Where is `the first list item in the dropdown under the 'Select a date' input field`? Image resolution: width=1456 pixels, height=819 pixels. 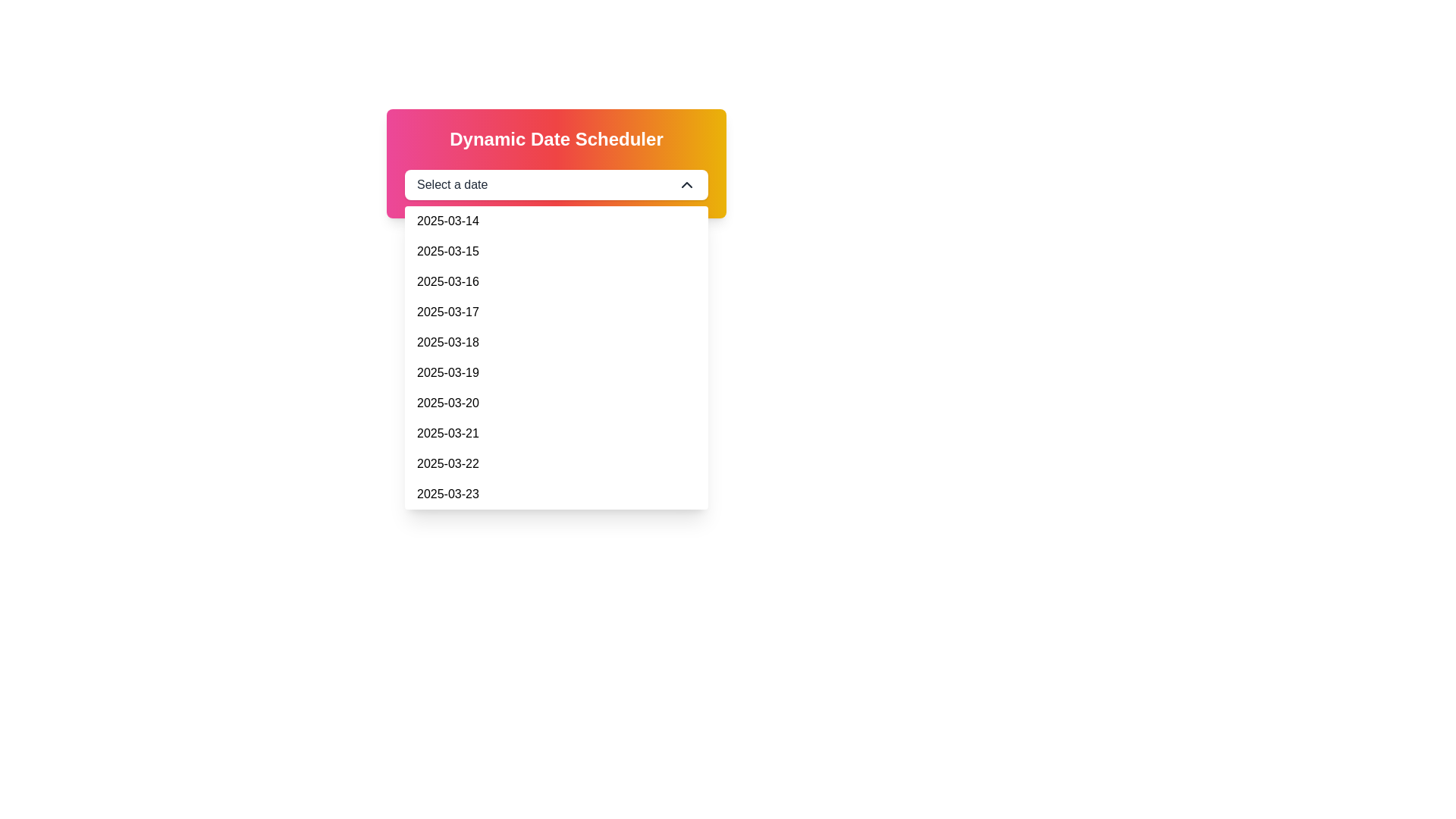 the first list item in the dropdown under the 'Select a date' input field is located at coordinates (556, 221).